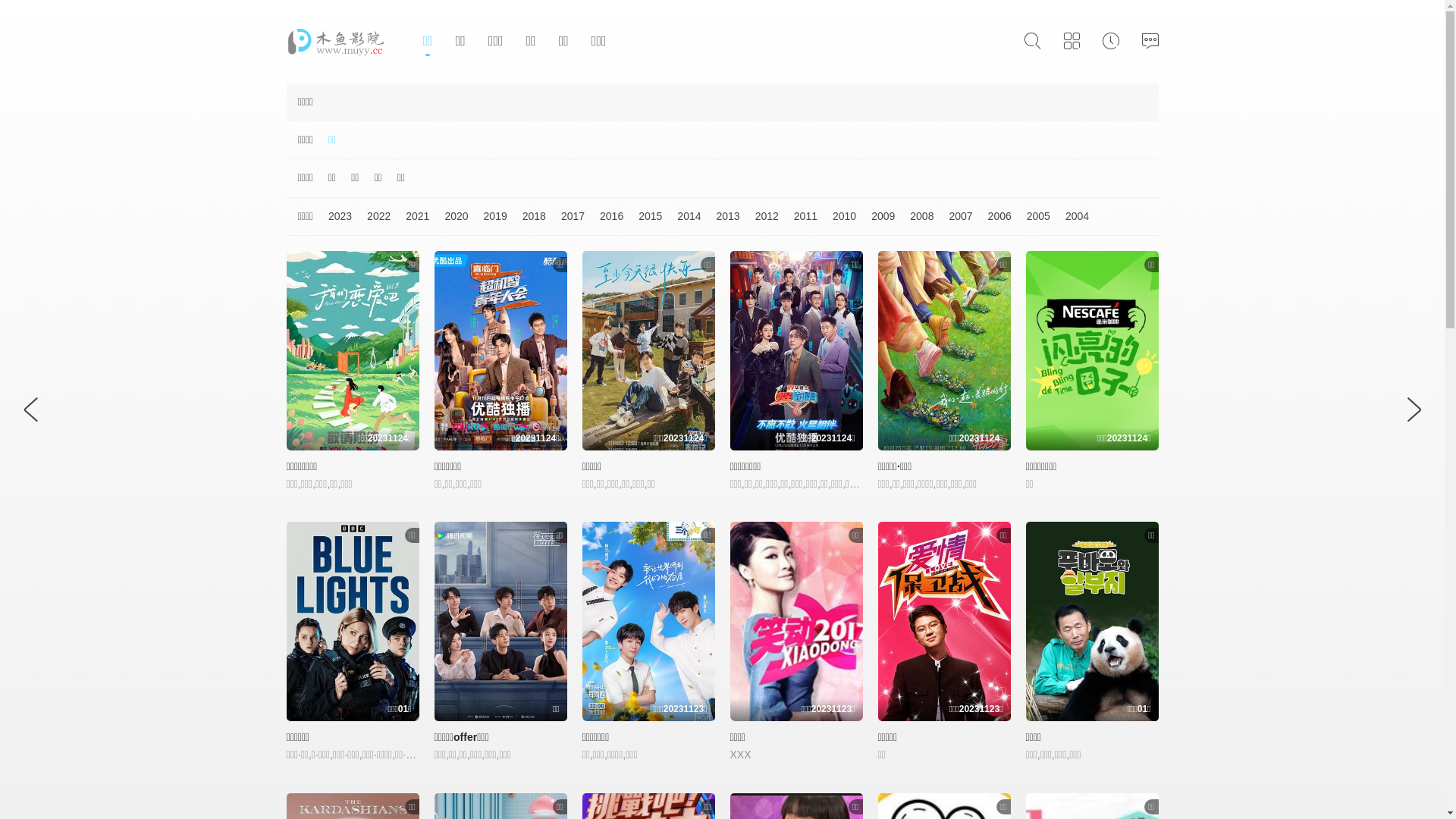 This screenshot has width=1456, height=819. What do you see at coordinates (759, 216) in the screenshot?
I see `'2012'` at bounding box center [759, 216].